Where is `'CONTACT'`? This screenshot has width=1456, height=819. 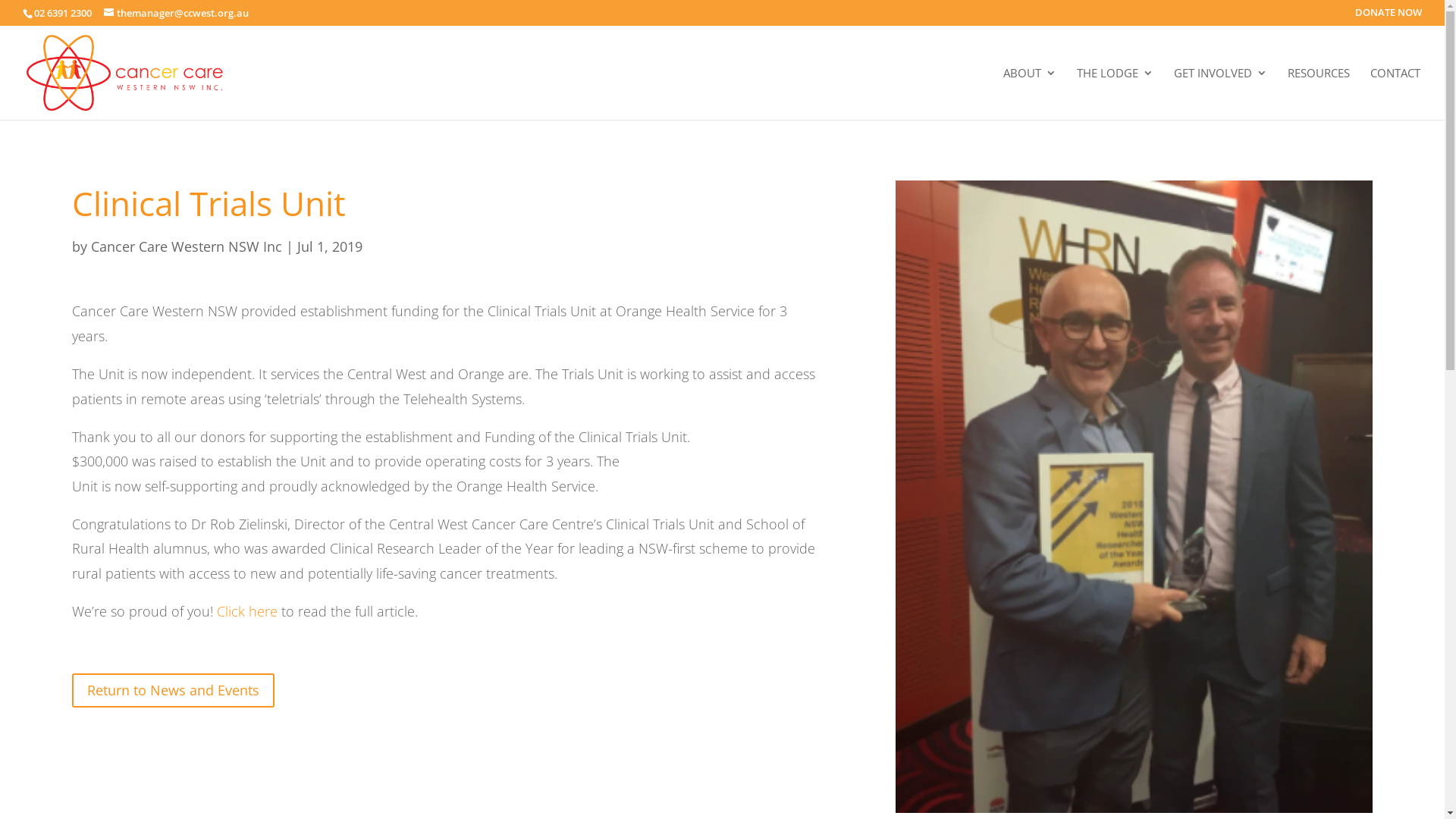
'CONTACT' is located at coordinates (1395, 93).